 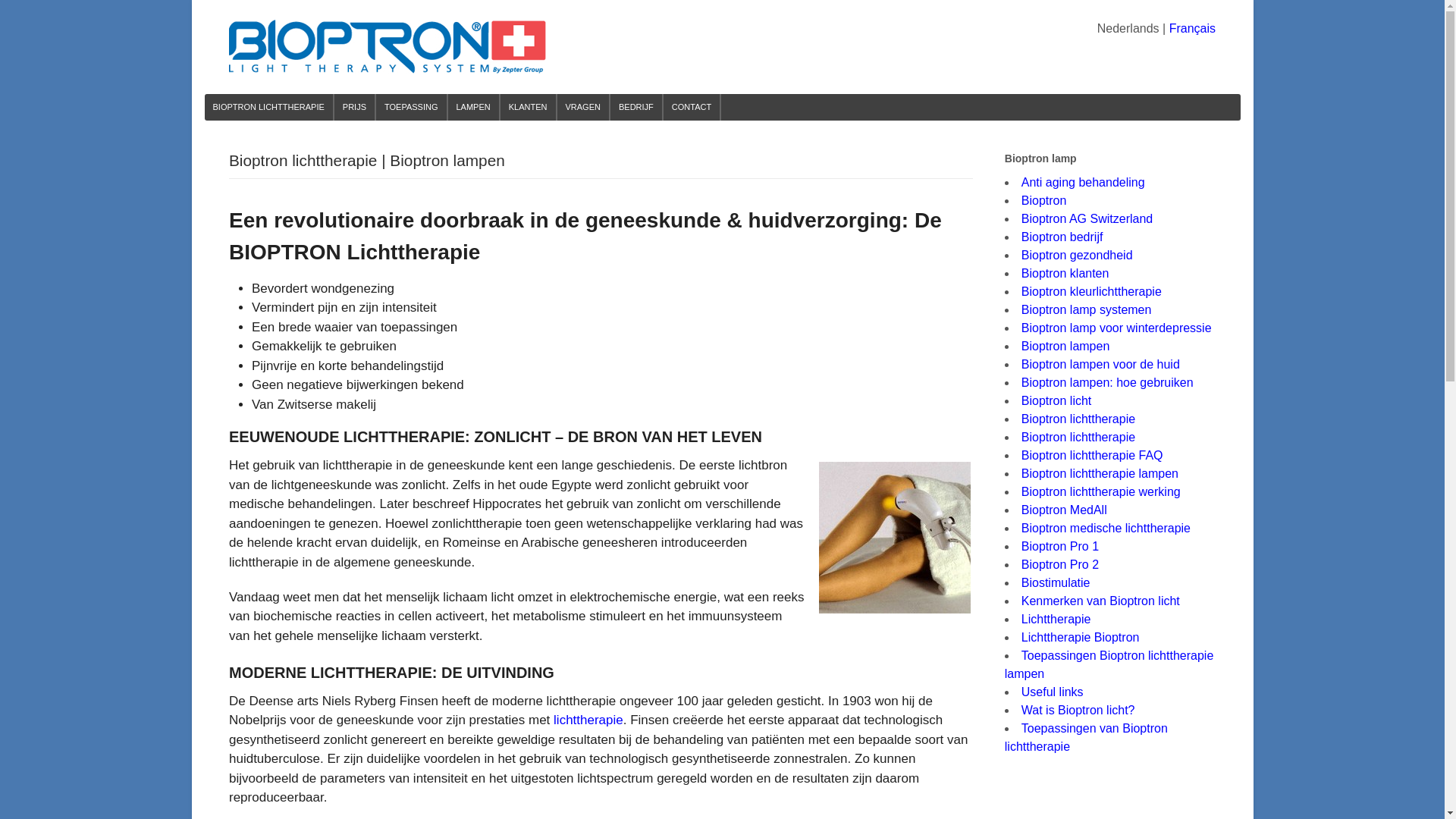 What do you see at coordinates (1086, 309) in the screenshot?
I see `'Bioptron lamp systemen'` at bounding box center [1086, 309].